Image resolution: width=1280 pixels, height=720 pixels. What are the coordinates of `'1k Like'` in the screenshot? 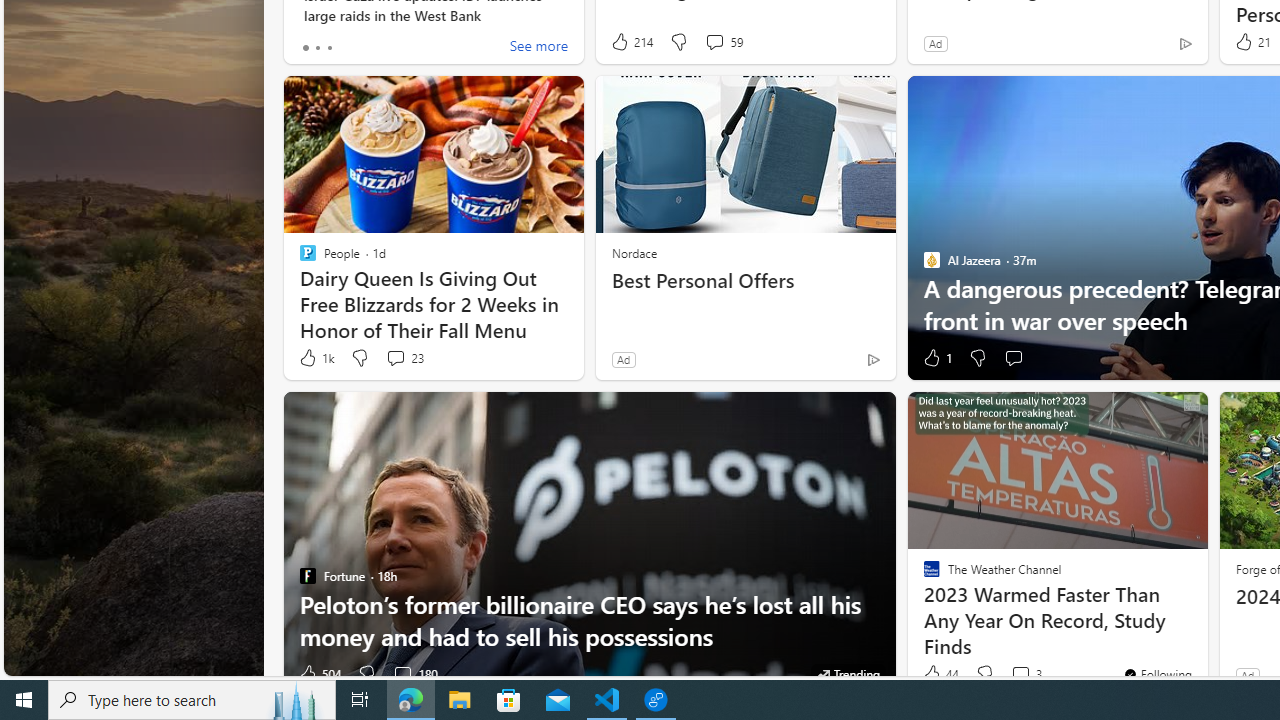 It's located at (314, 357).